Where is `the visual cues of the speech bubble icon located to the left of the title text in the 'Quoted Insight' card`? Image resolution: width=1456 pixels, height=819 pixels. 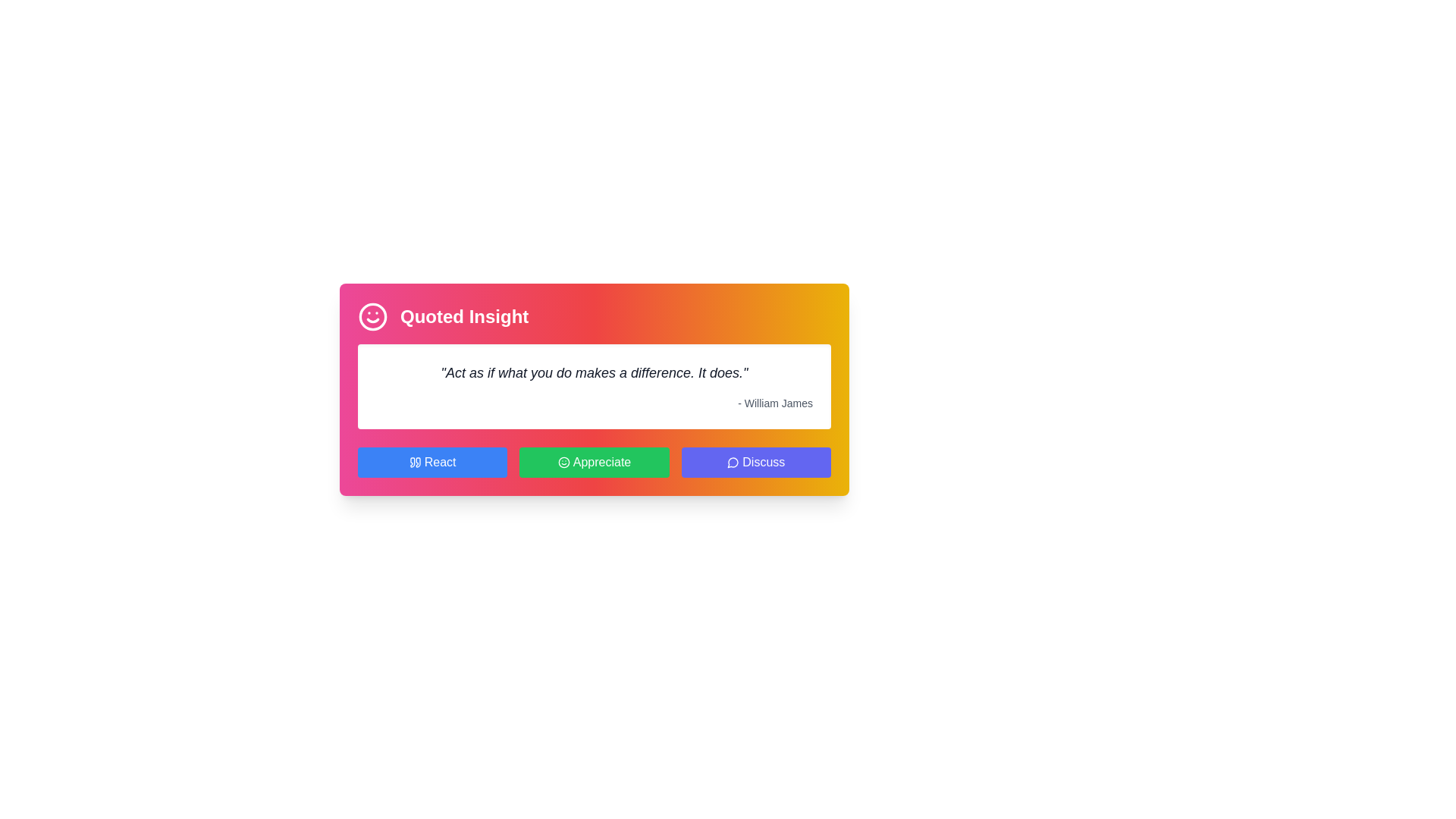 the visual cues of the speech bubble icon located to the left of the title text in the 'Quoted Insight' card is located at coordinates (733, 462).